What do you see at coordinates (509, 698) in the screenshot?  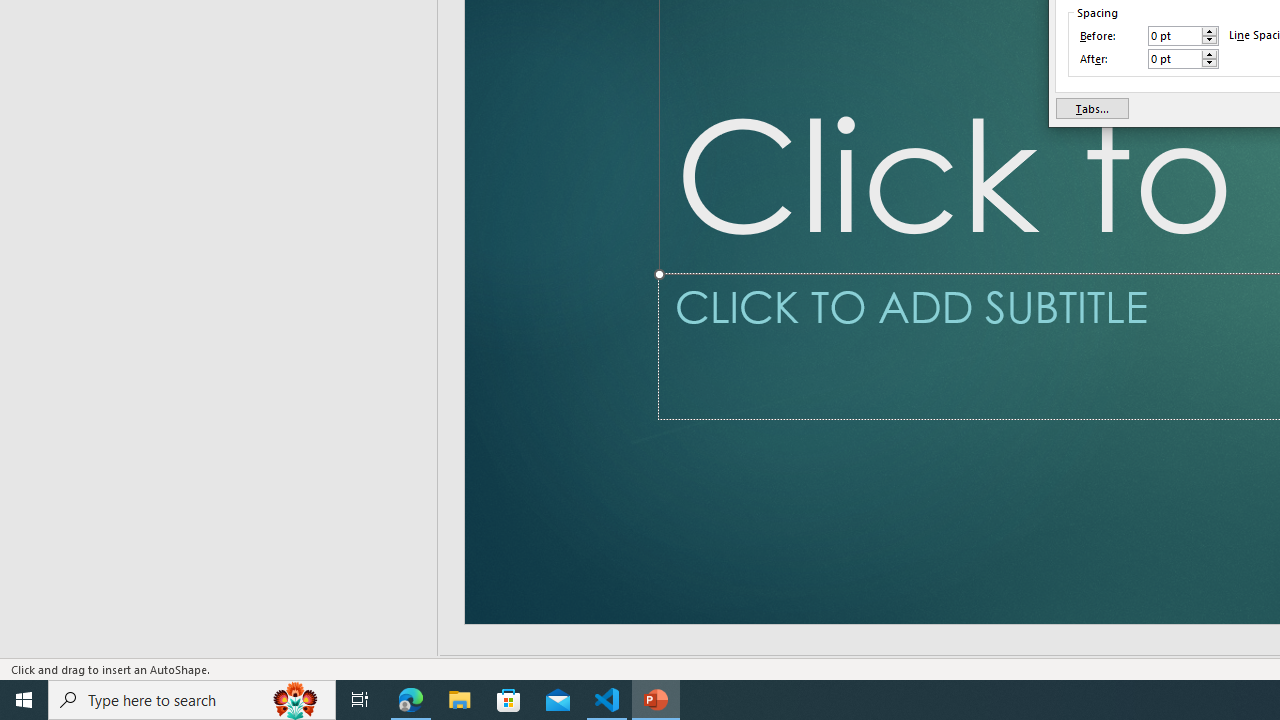 I see `'Microsoft Store'` at bounding box center [509, 698].